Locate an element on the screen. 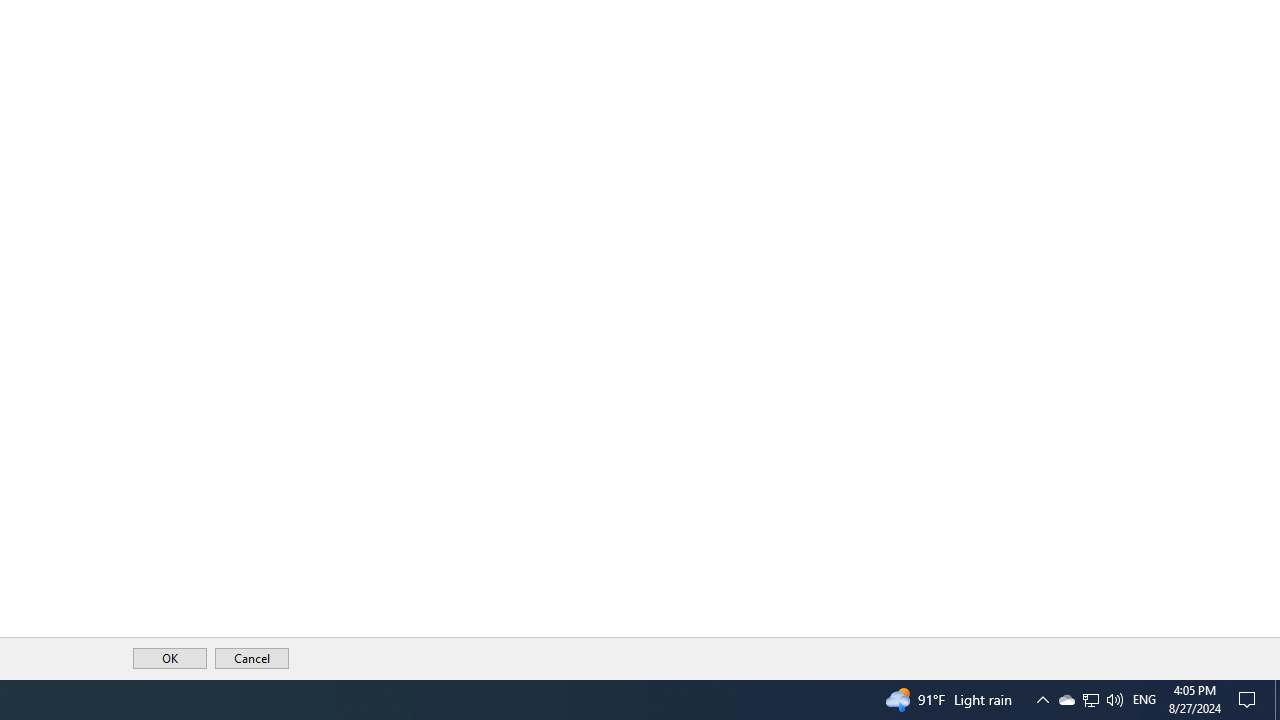 This screenshot has height=720, width=1280. 'User Promoted Notification Area' is located at coordinates (1089, 698).